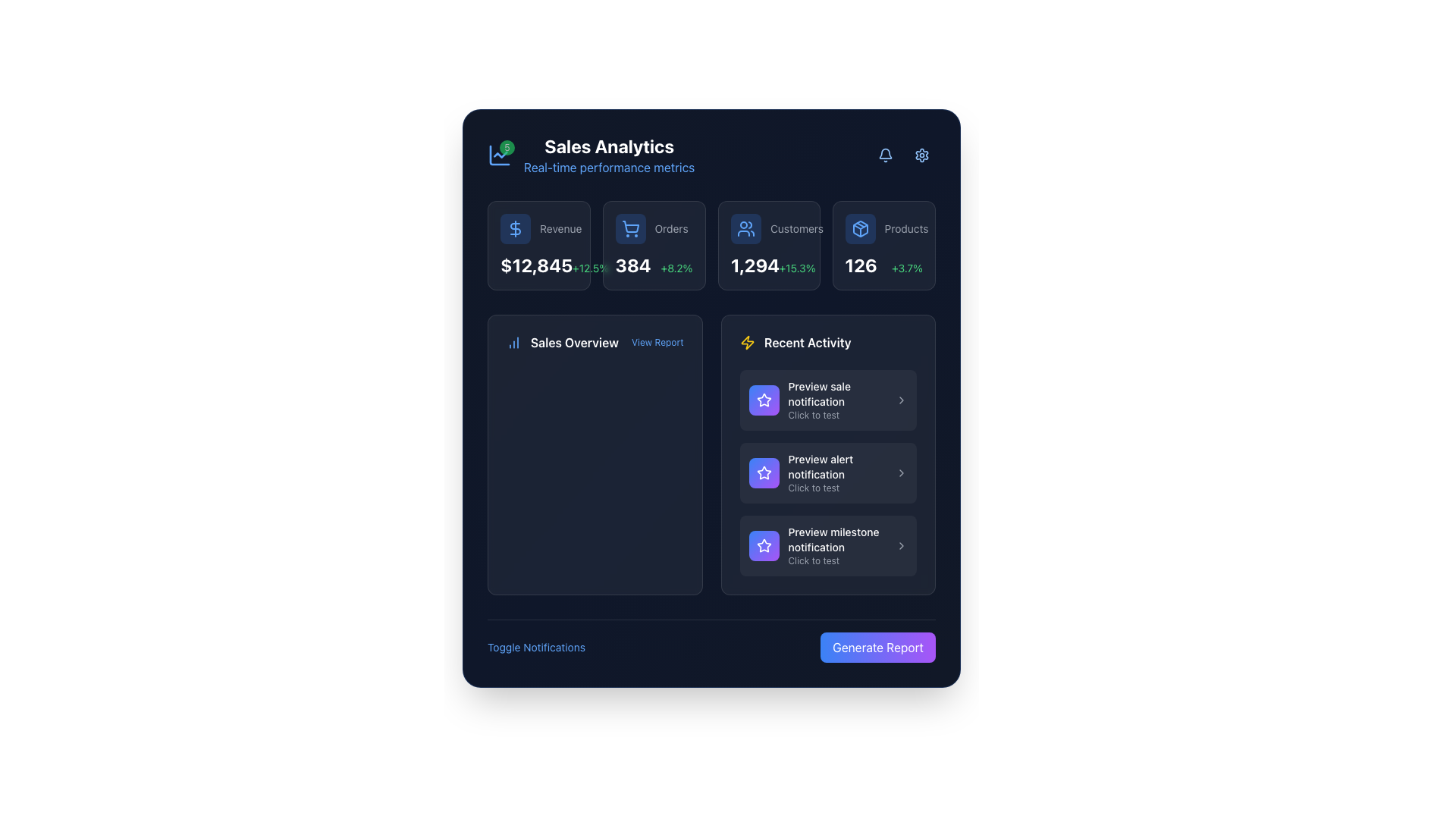 The width and height of the screenshot is (1456, 819). I want to click on the text label displaying 'Real-time performance metrics' in light blue, located beneath the 'Sales Analytics' title in the header area, so click(609, 167).